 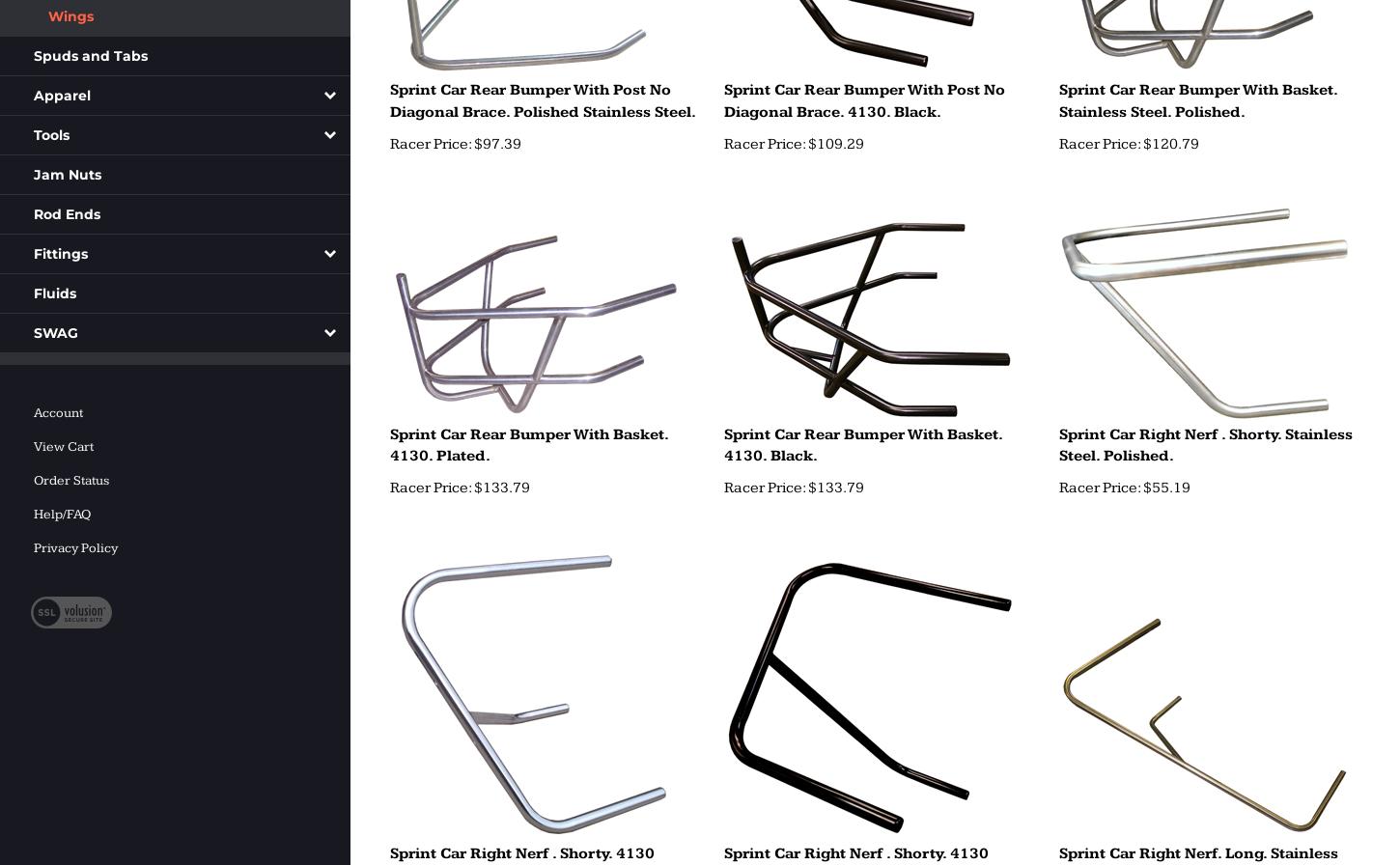 What do you see at coordinates (62, 515) in the screenshot?
I see `'Help/FAQ'` at bounding box center [62, 515].